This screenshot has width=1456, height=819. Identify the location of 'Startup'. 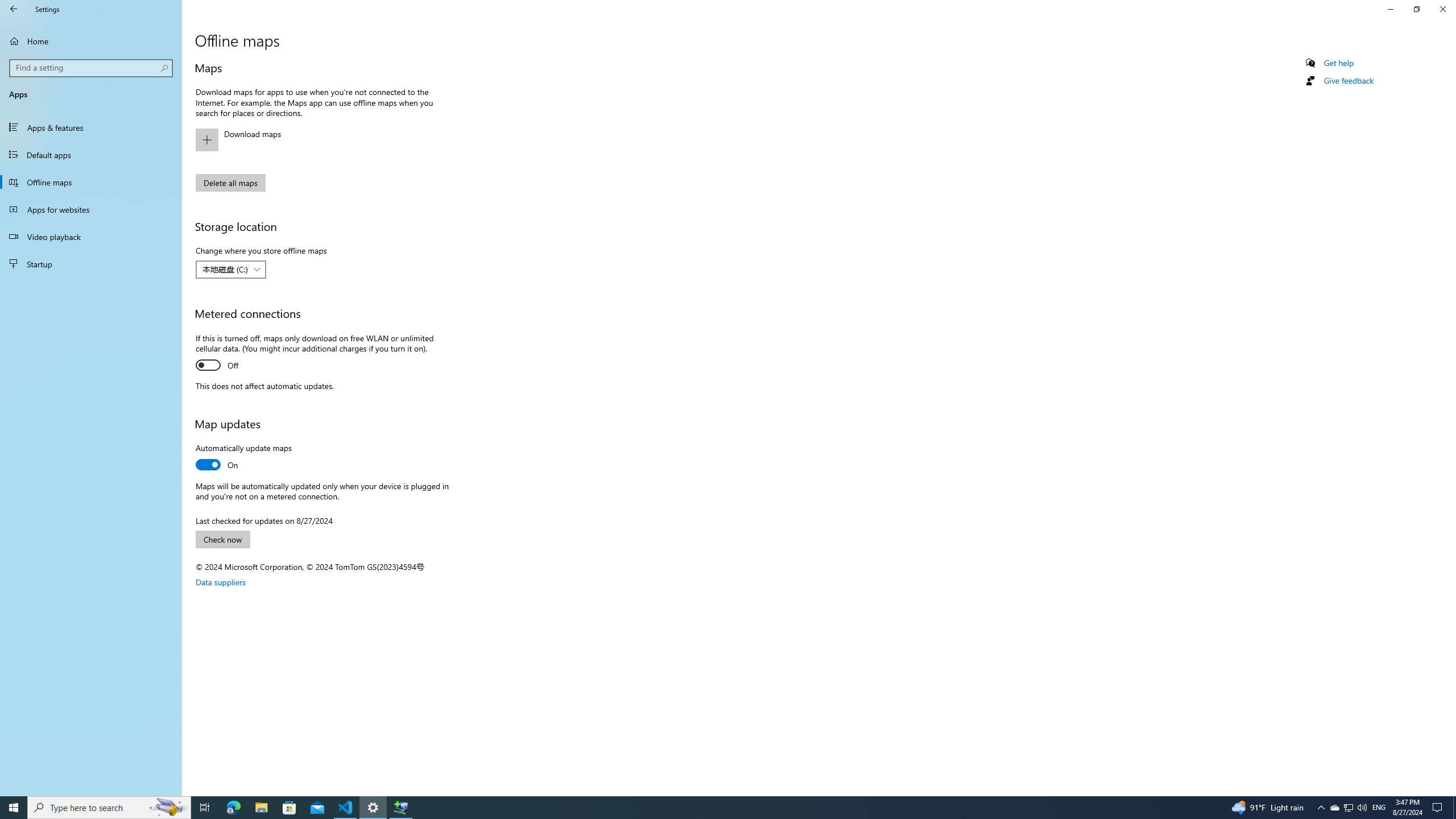
(90, 263).